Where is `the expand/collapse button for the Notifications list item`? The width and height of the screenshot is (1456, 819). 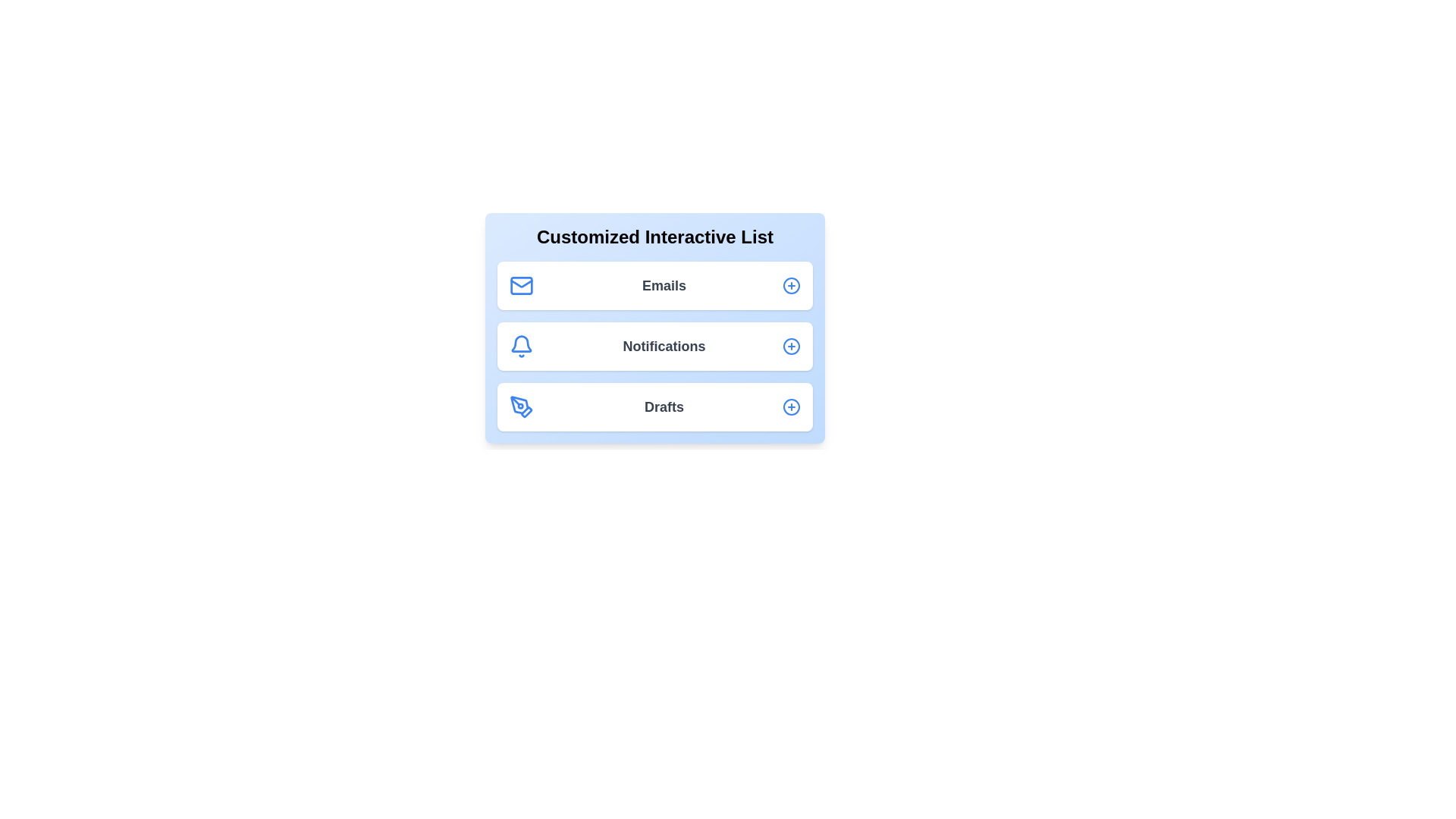 the expand/collapse button for the Notifications list item is located at coordinates (790, 346).